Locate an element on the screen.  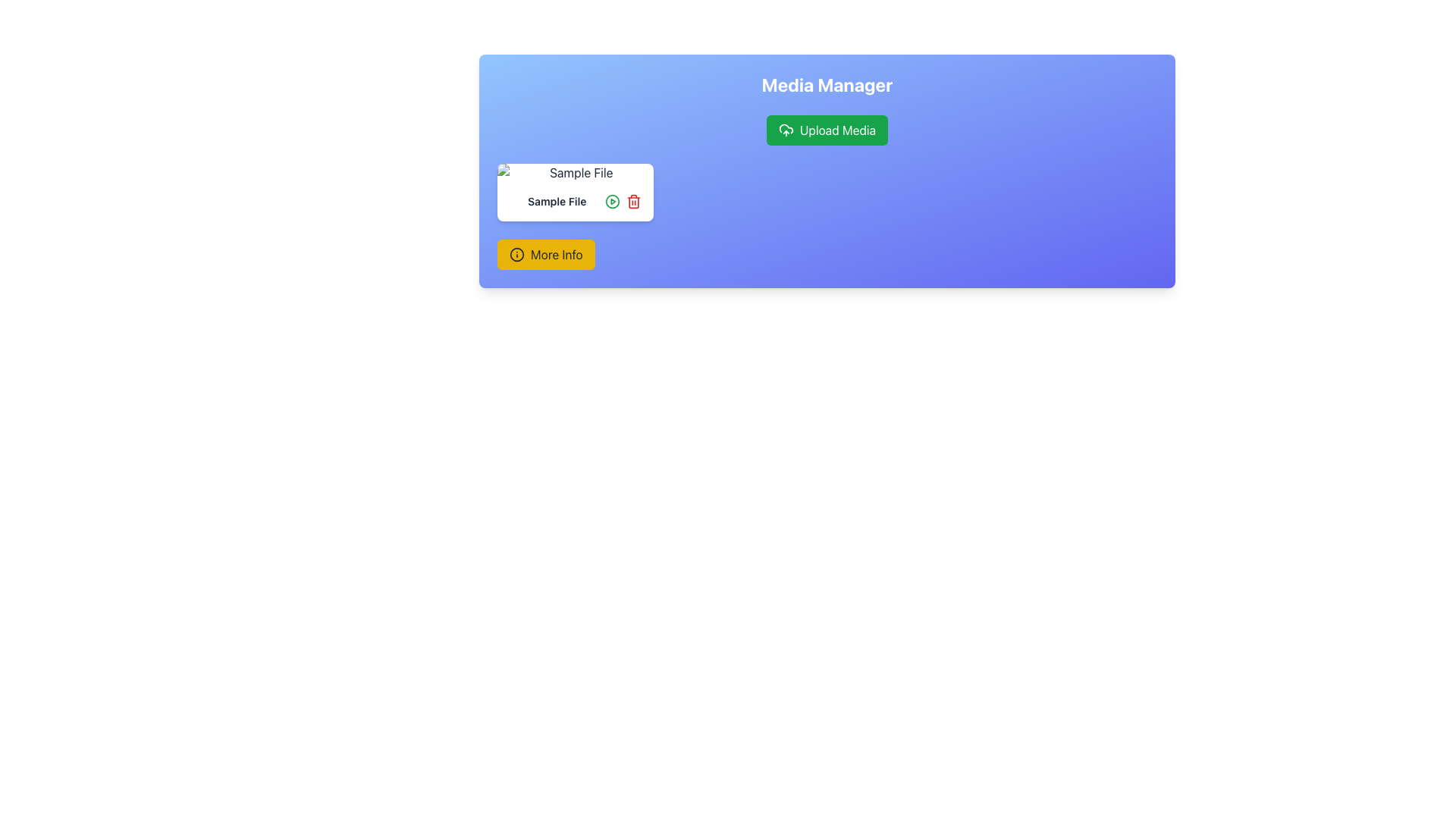
the green circle play icon located in the horizontal group of interactive icons to the right of the 'Sample File' text is located at coordinates (623, 201).